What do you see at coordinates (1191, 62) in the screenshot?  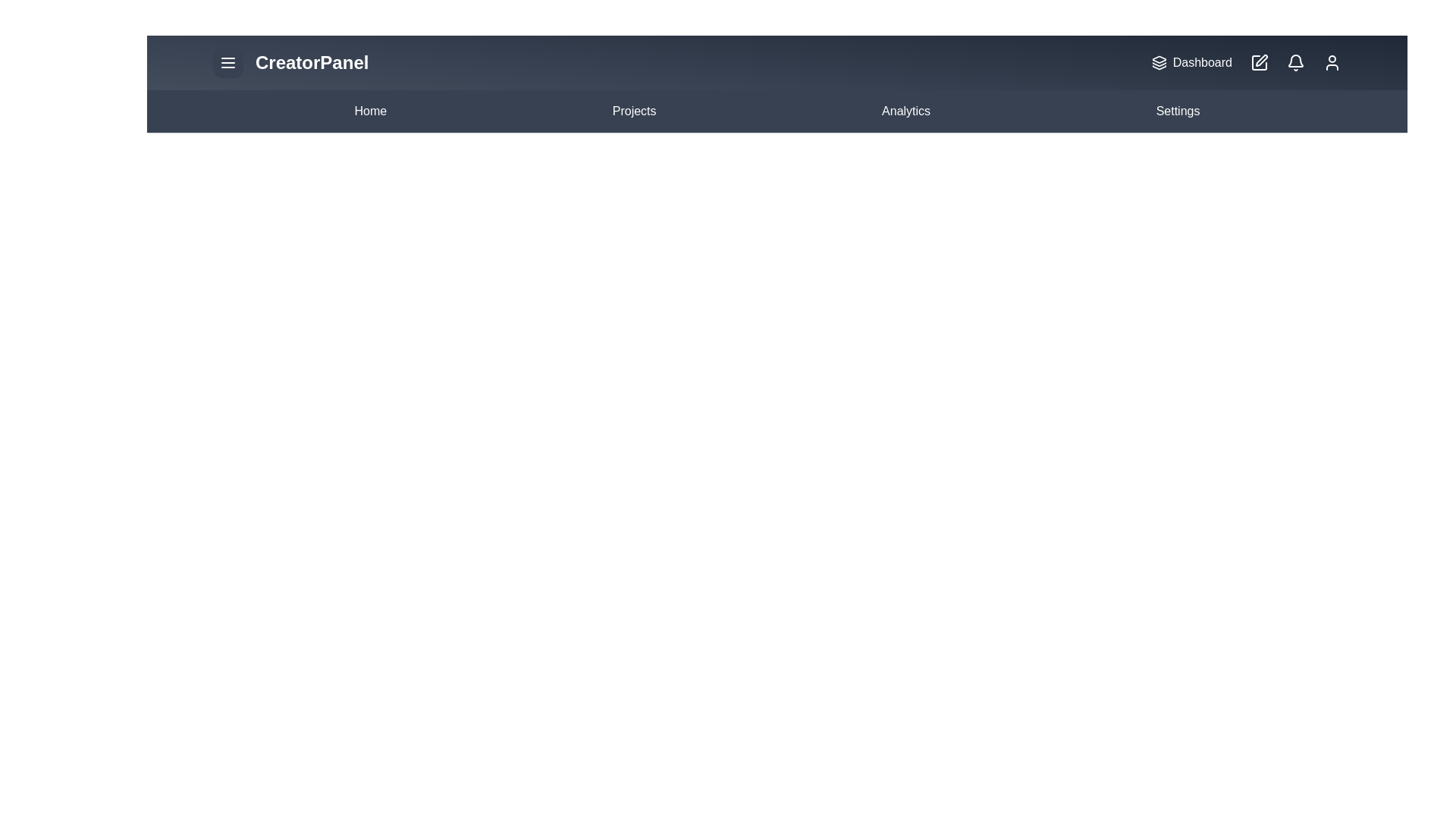 I see `the 'Dashboard' button` at bounding box center [1191, 62].